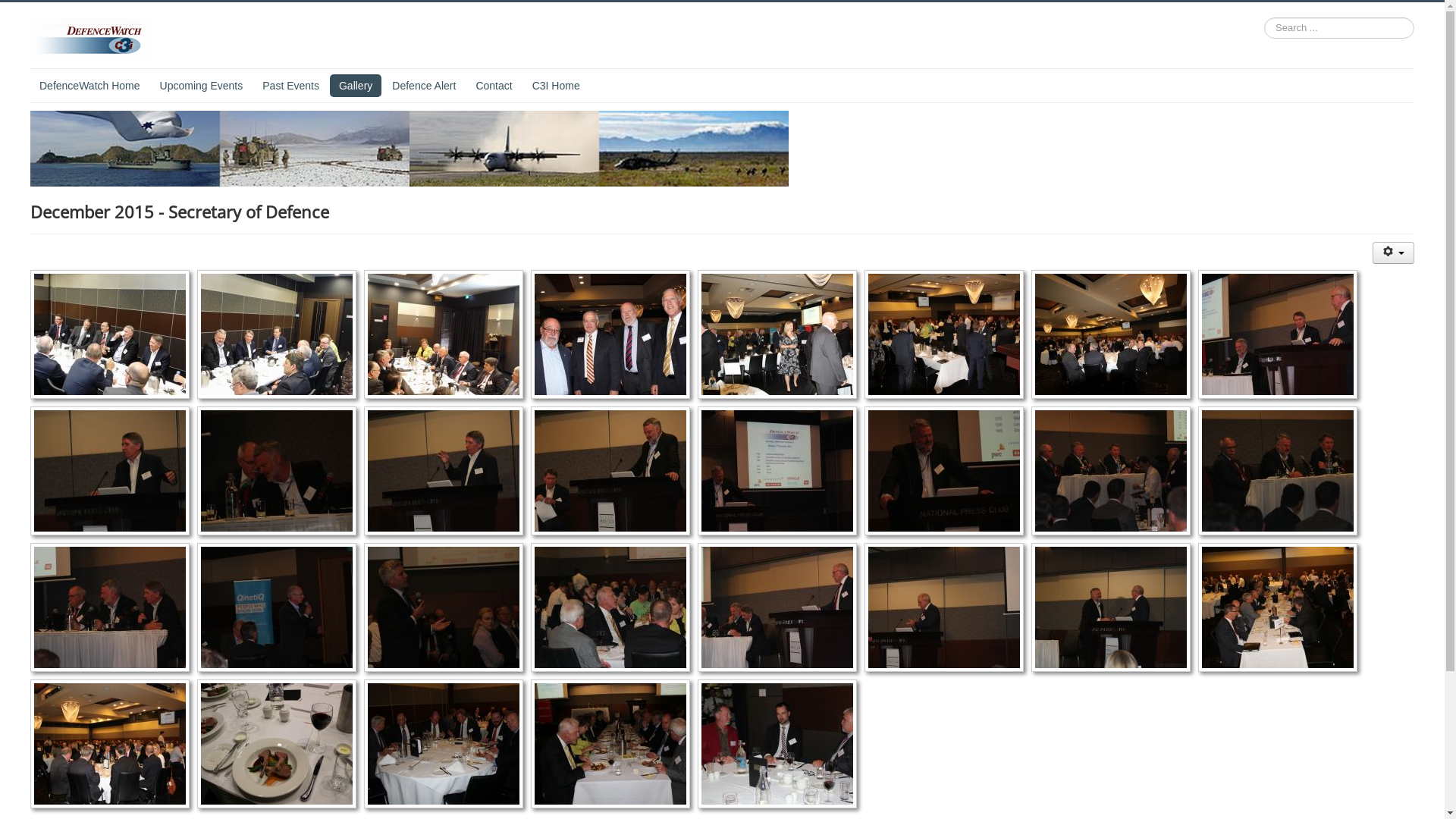 Image resolution: width=1456 pixels, height=819 pixels. Describe the element at coordinates (89, 85) in the screenshot. I see `'DefenceWatch Home'` at that location.